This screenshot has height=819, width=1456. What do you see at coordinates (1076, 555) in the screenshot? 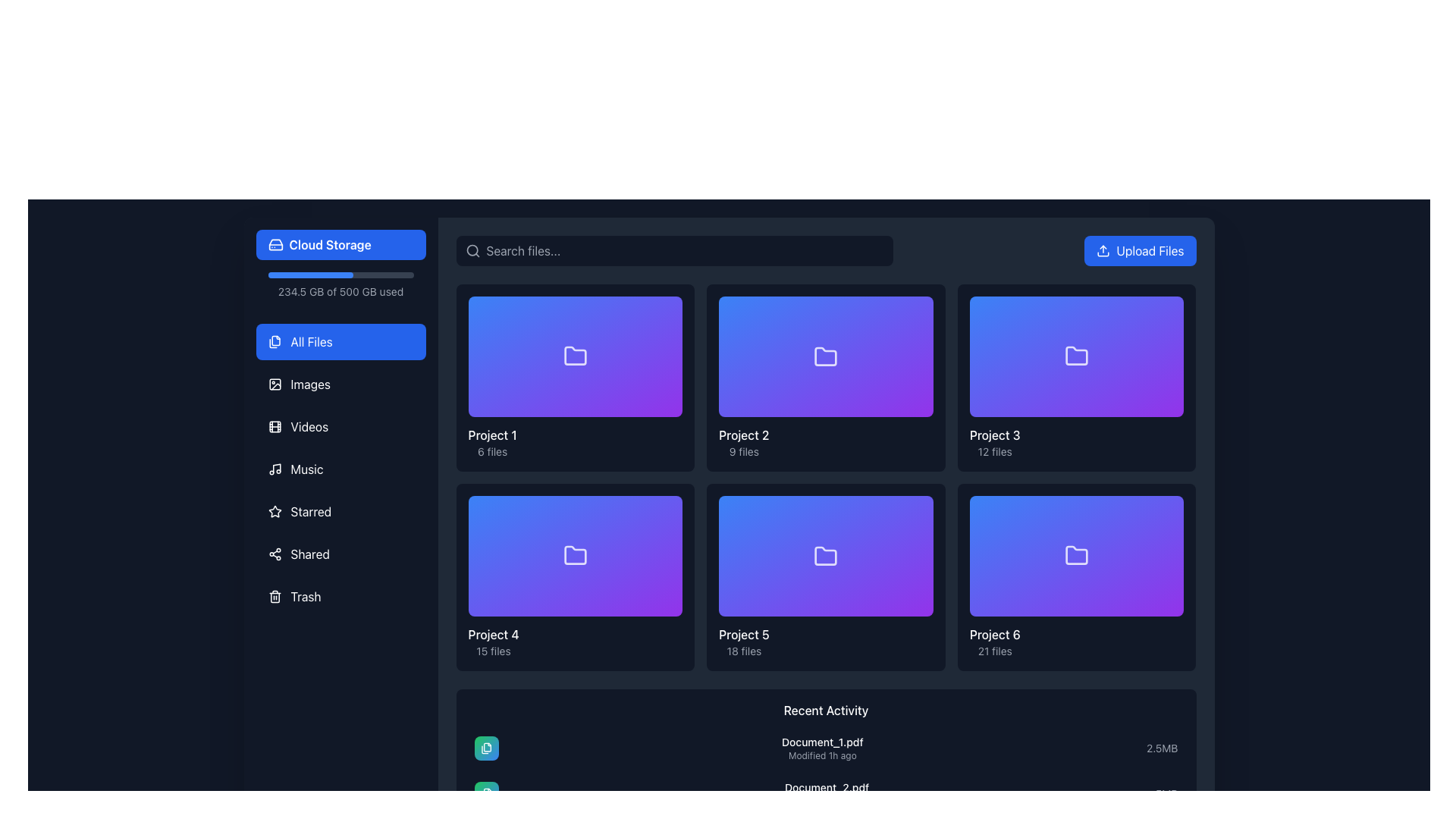
I see `the folder icon representing 'Project 6' located in the bottom-right section of the grid of folders` at bounding box center [1076, 555].